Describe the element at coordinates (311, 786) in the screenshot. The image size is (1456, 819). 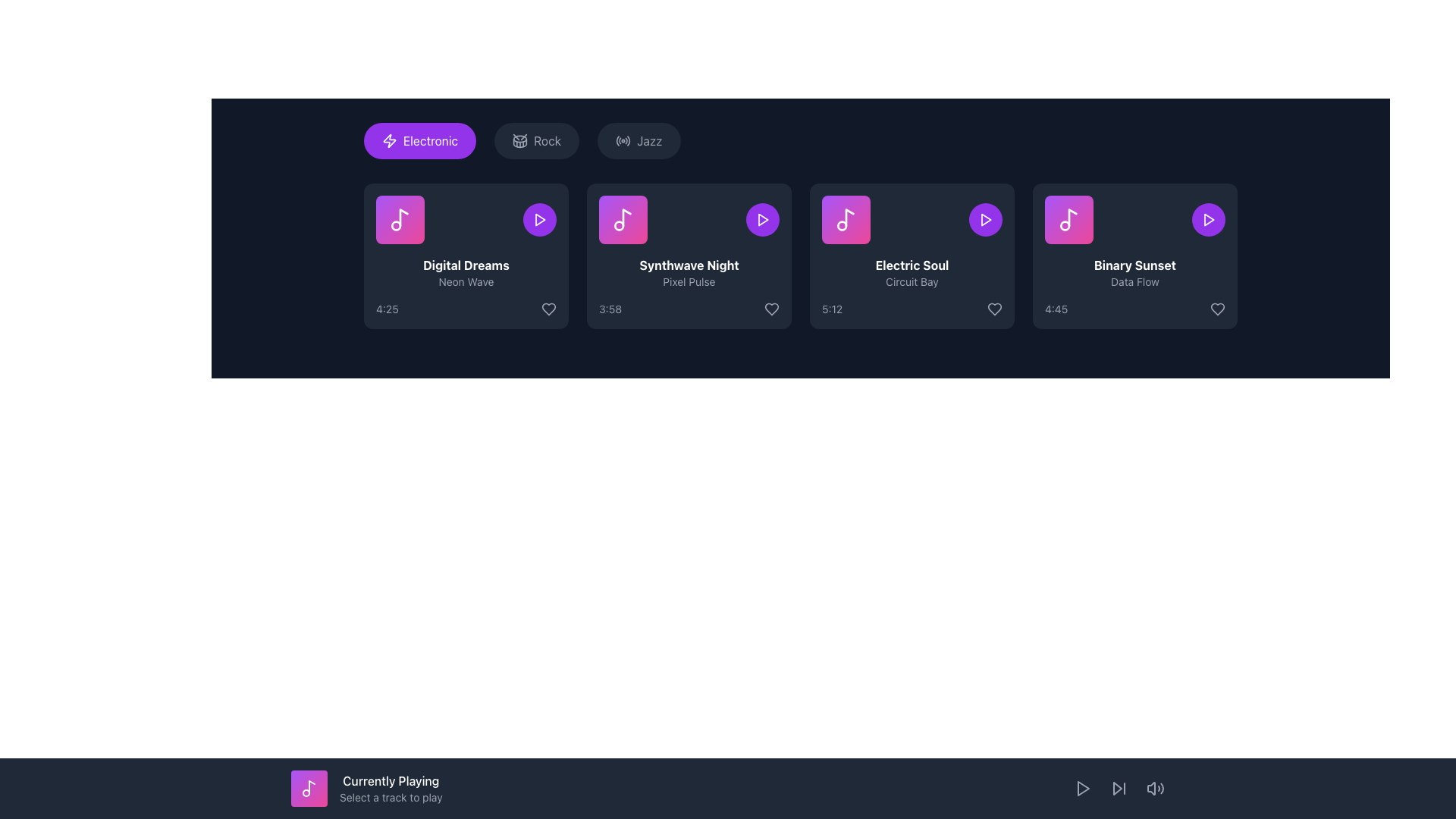
I see `the music note icon in the 'Currently Playing' section, which visually represents the musical context` at that location.